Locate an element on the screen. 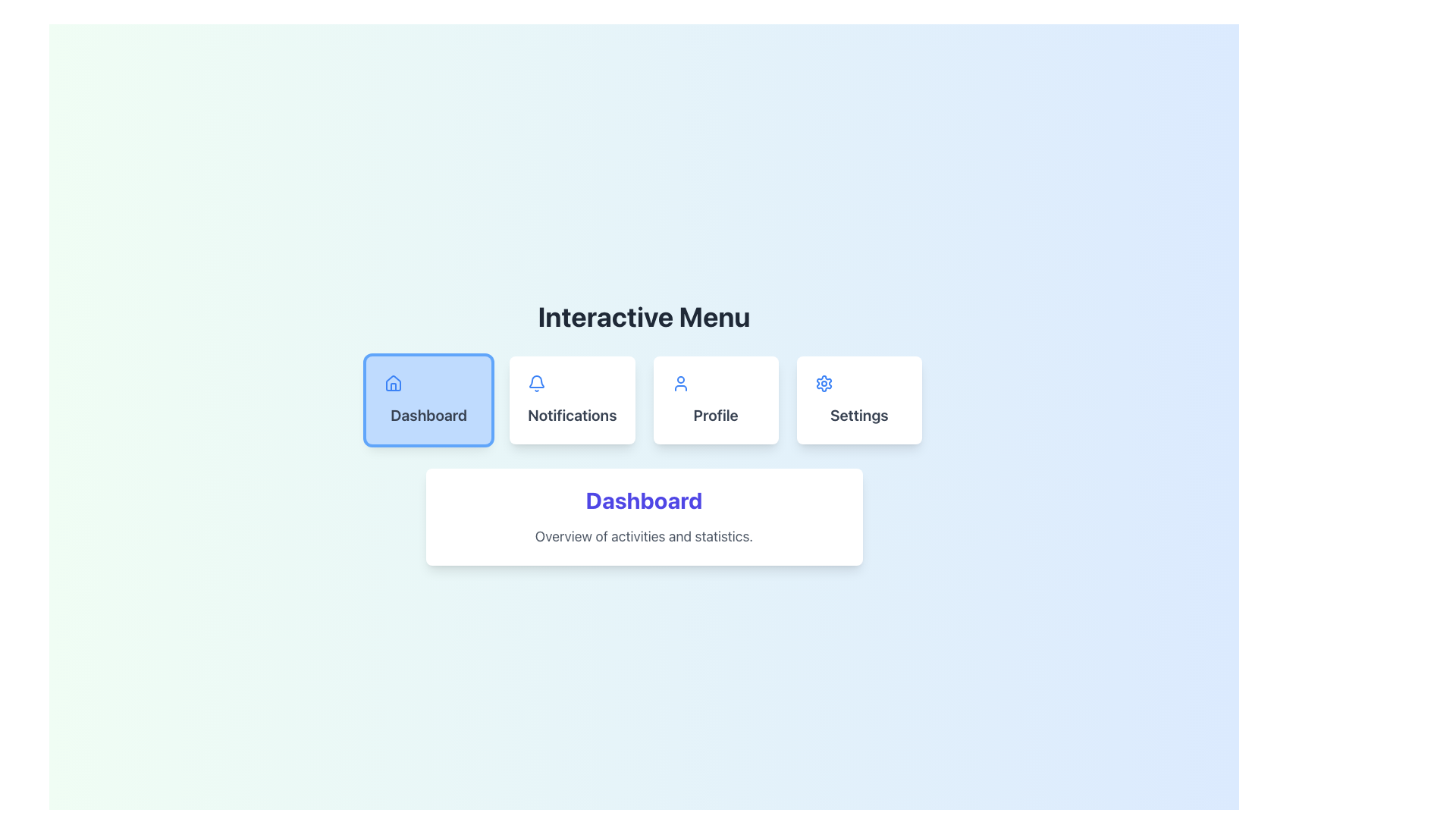 The height and width of the screenshot is (819, 1456). the settings button, which is the fourth card in the horizontal arrangement is located at coordinates (859, 400).